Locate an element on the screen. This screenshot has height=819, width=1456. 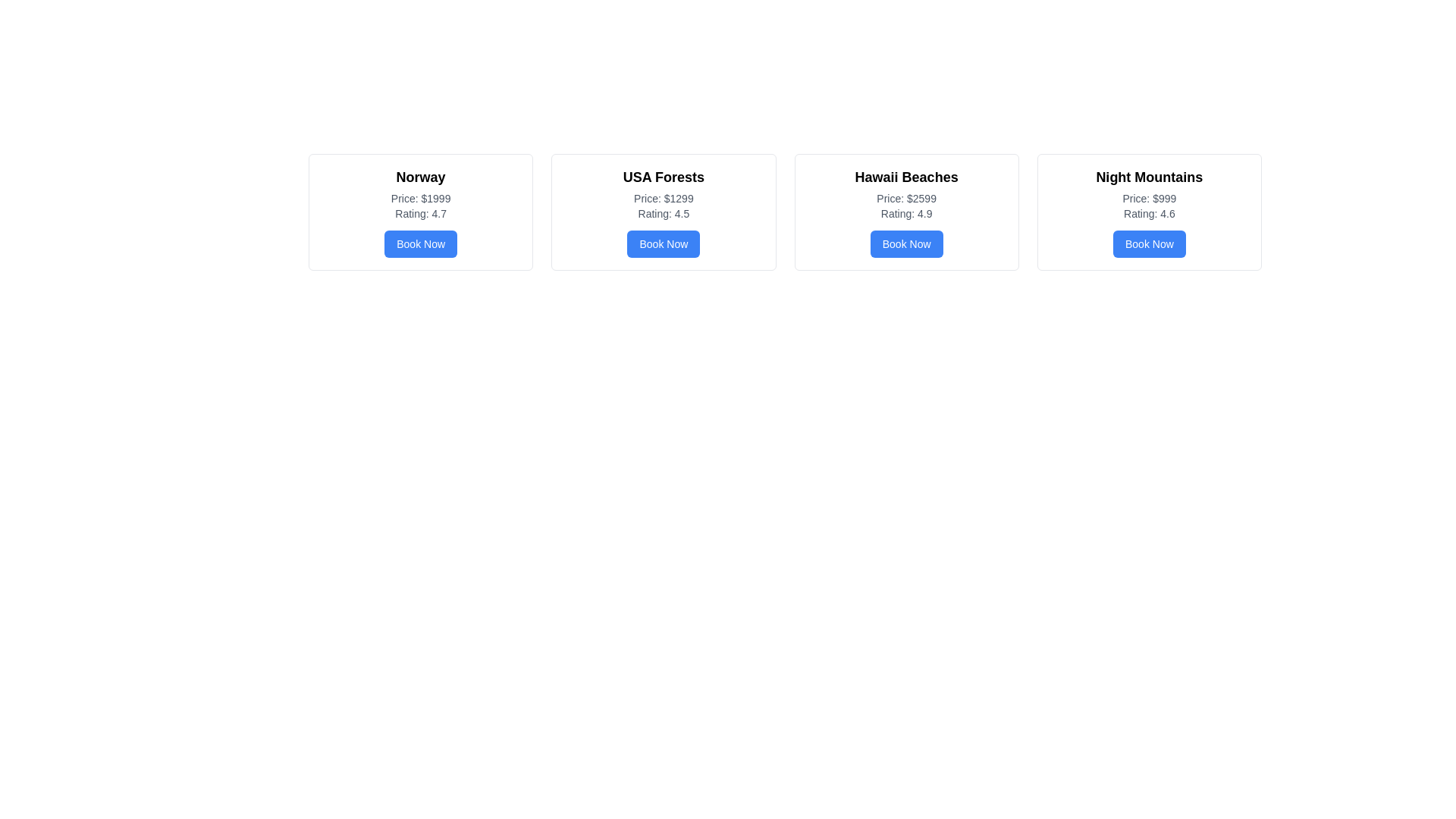
the 'Book Now' button located at the bottom of the Norway trip card to initiate booking is located at coordinates (421, 243).